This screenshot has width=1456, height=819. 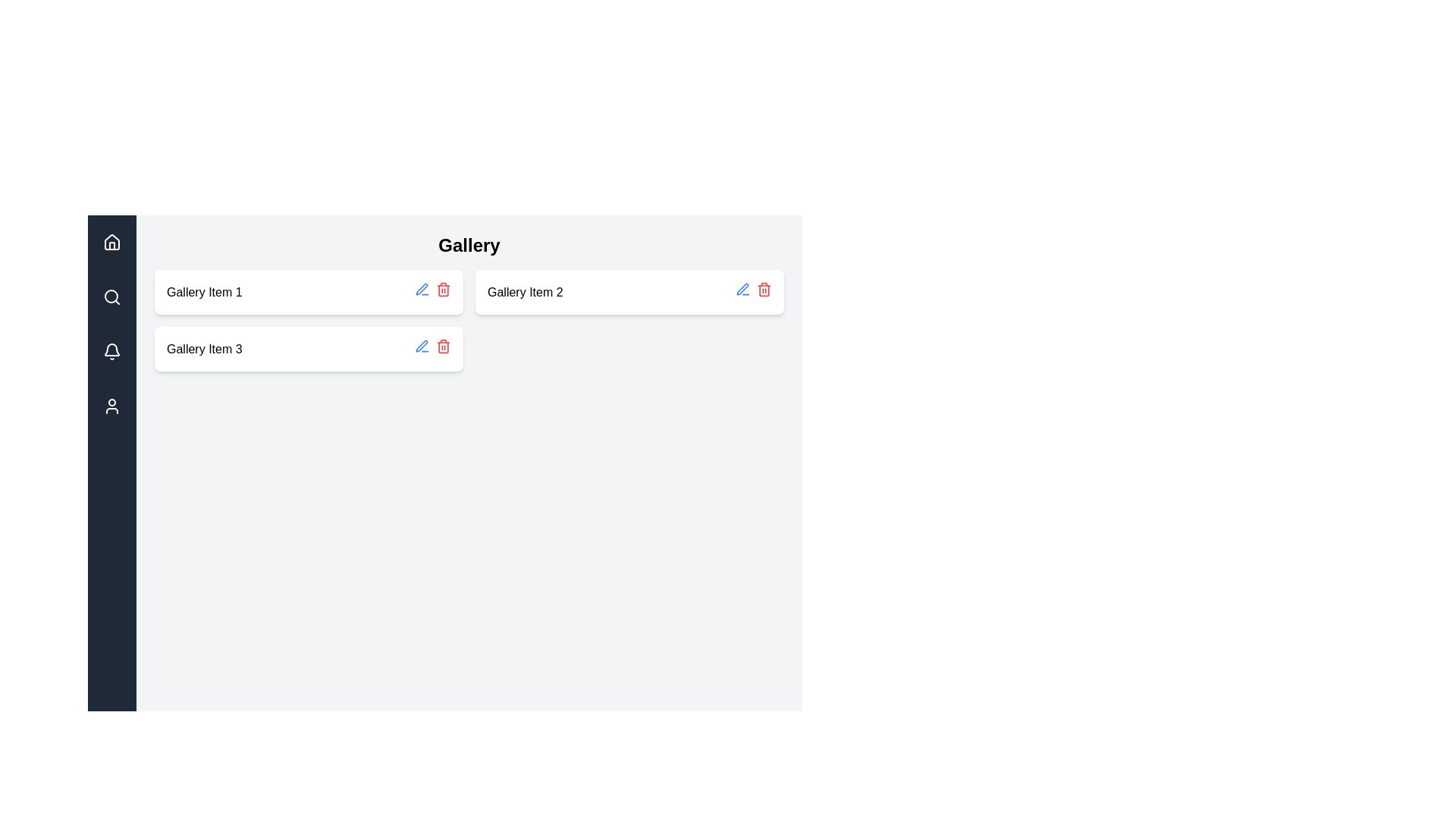 I want to click on the house-shaped icon button at the top of the vertical navigation sidebar, so click(x=111, y=242).